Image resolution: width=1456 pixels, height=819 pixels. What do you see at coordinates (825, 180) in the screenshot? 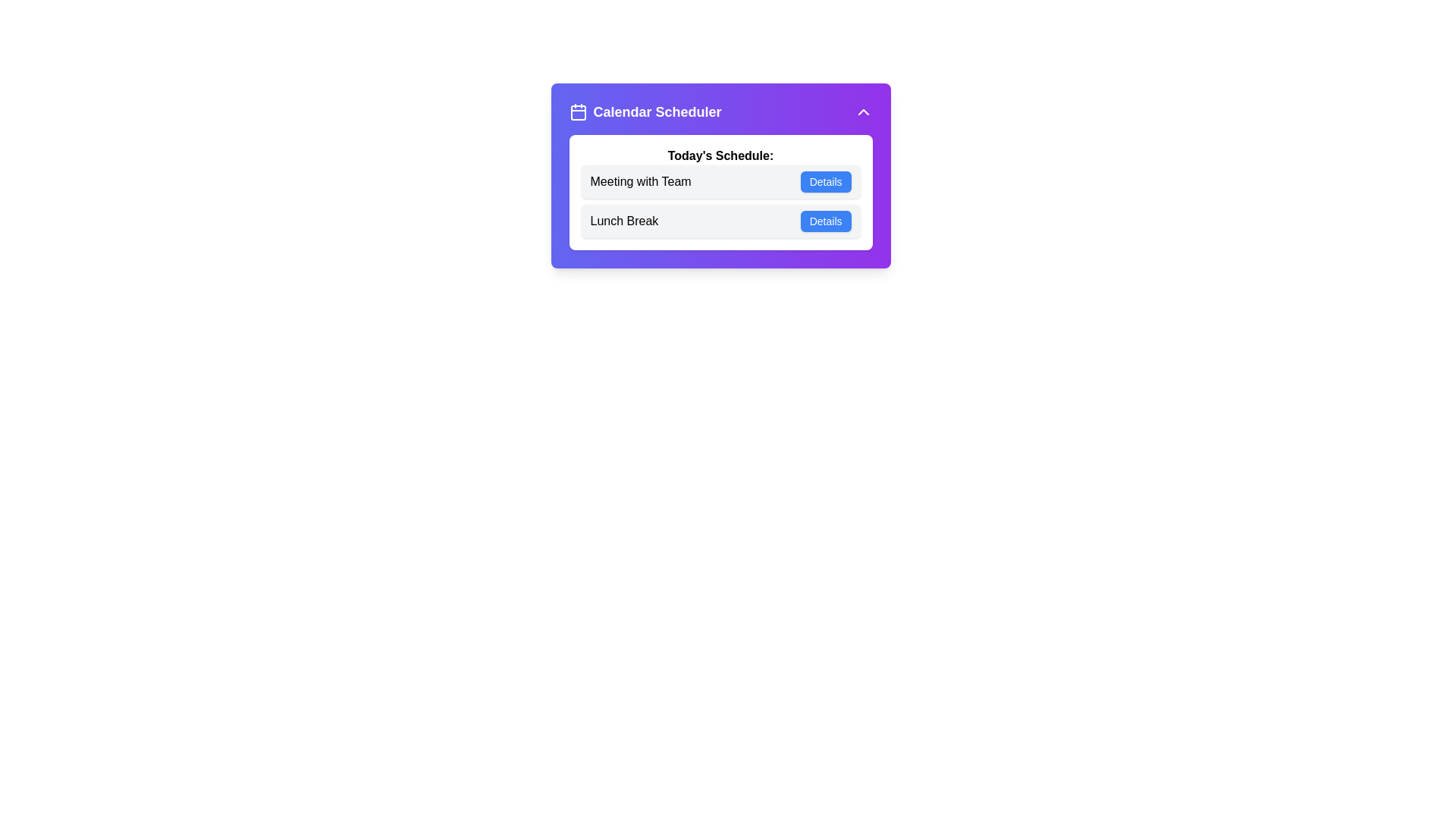
I see `the 'Details' button for the first schedule item` at bounding box center [825, 180].